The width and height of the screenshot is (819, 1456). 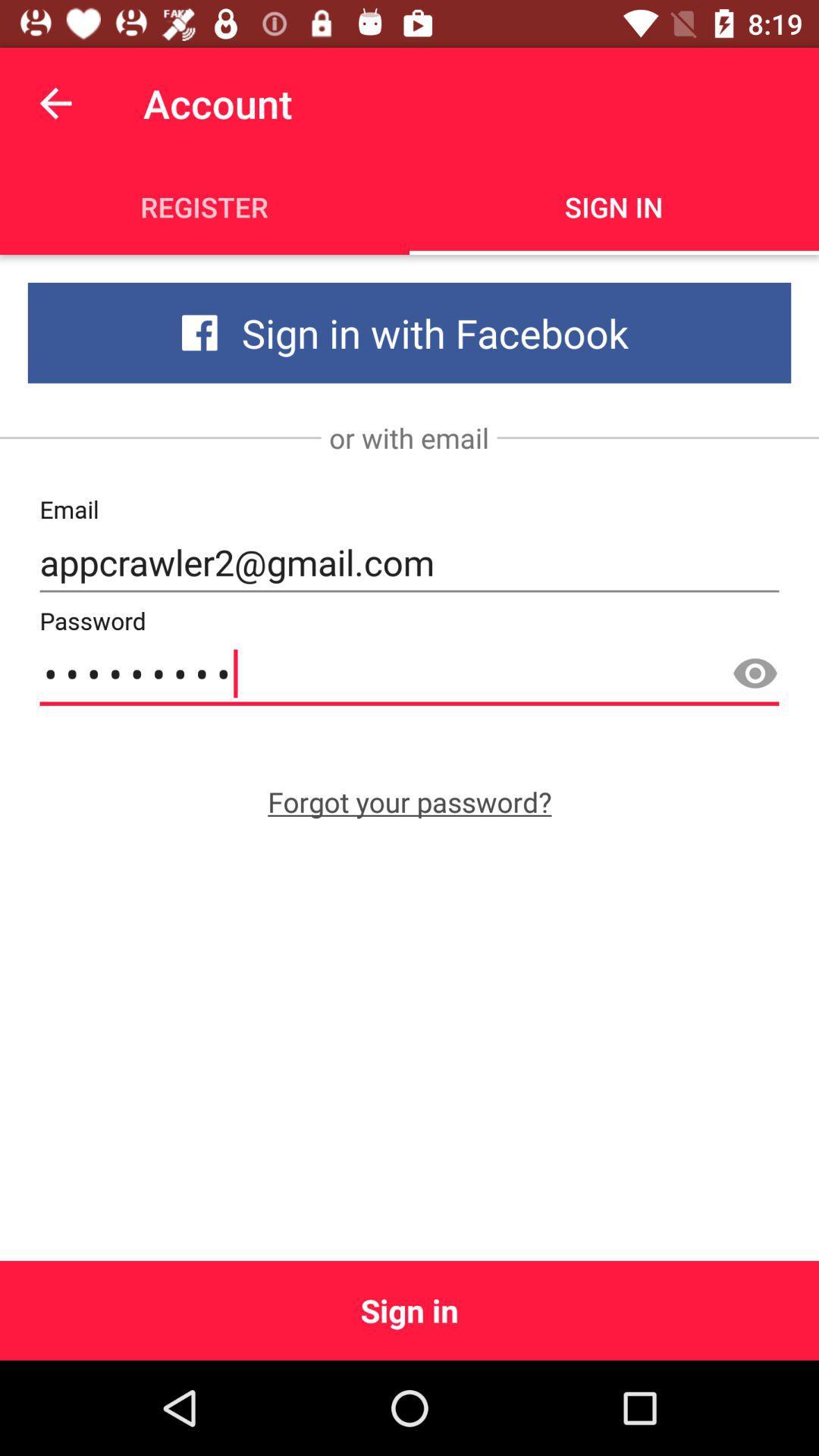 What do you see at coordinates (755, 673) in the screenshot?
I see `show the password` at bounding box center [755, 673].